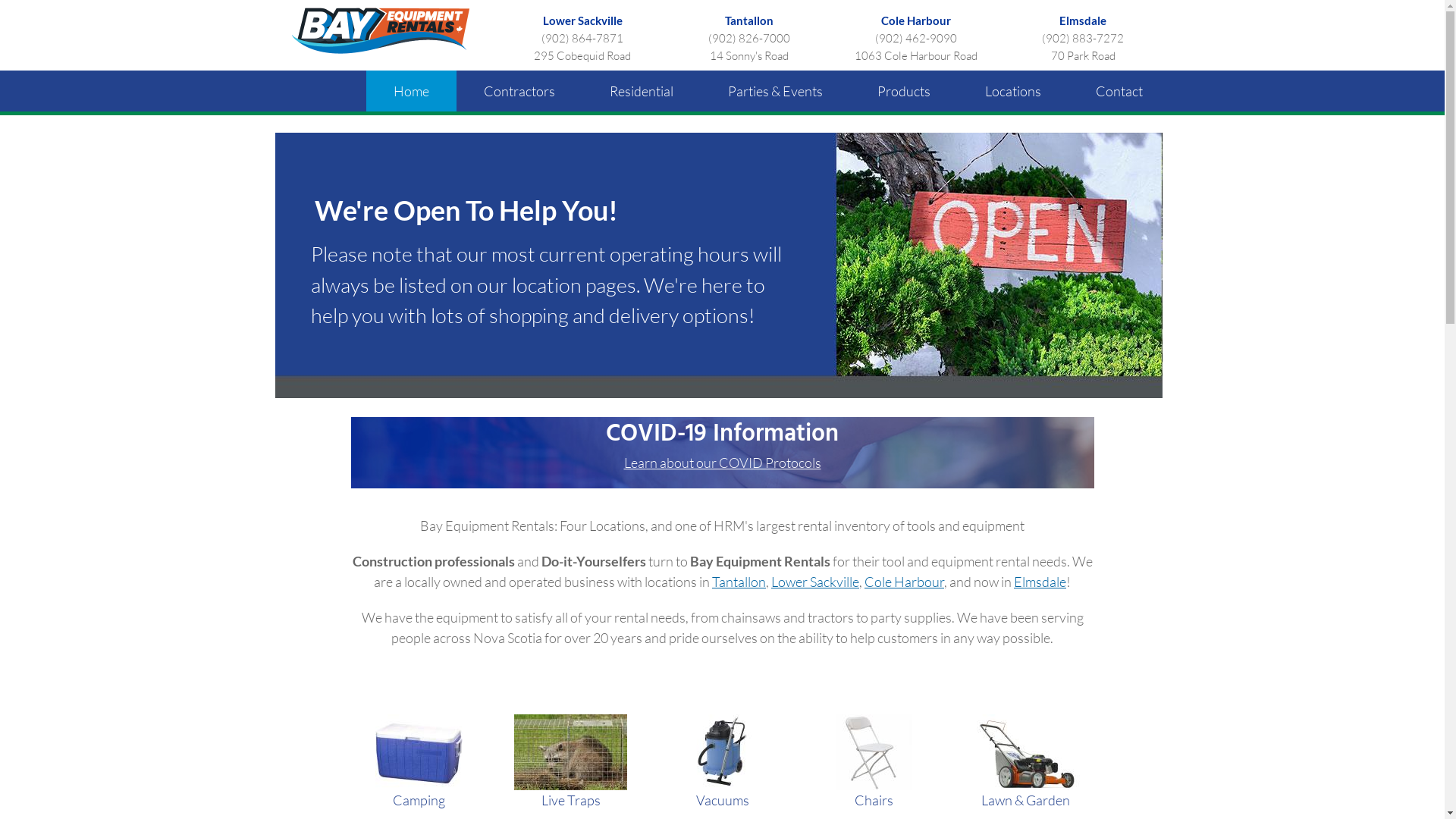 This screenshot has height=819, width=1456. I want to click on 'Lower Sackville', so click(542, 20).